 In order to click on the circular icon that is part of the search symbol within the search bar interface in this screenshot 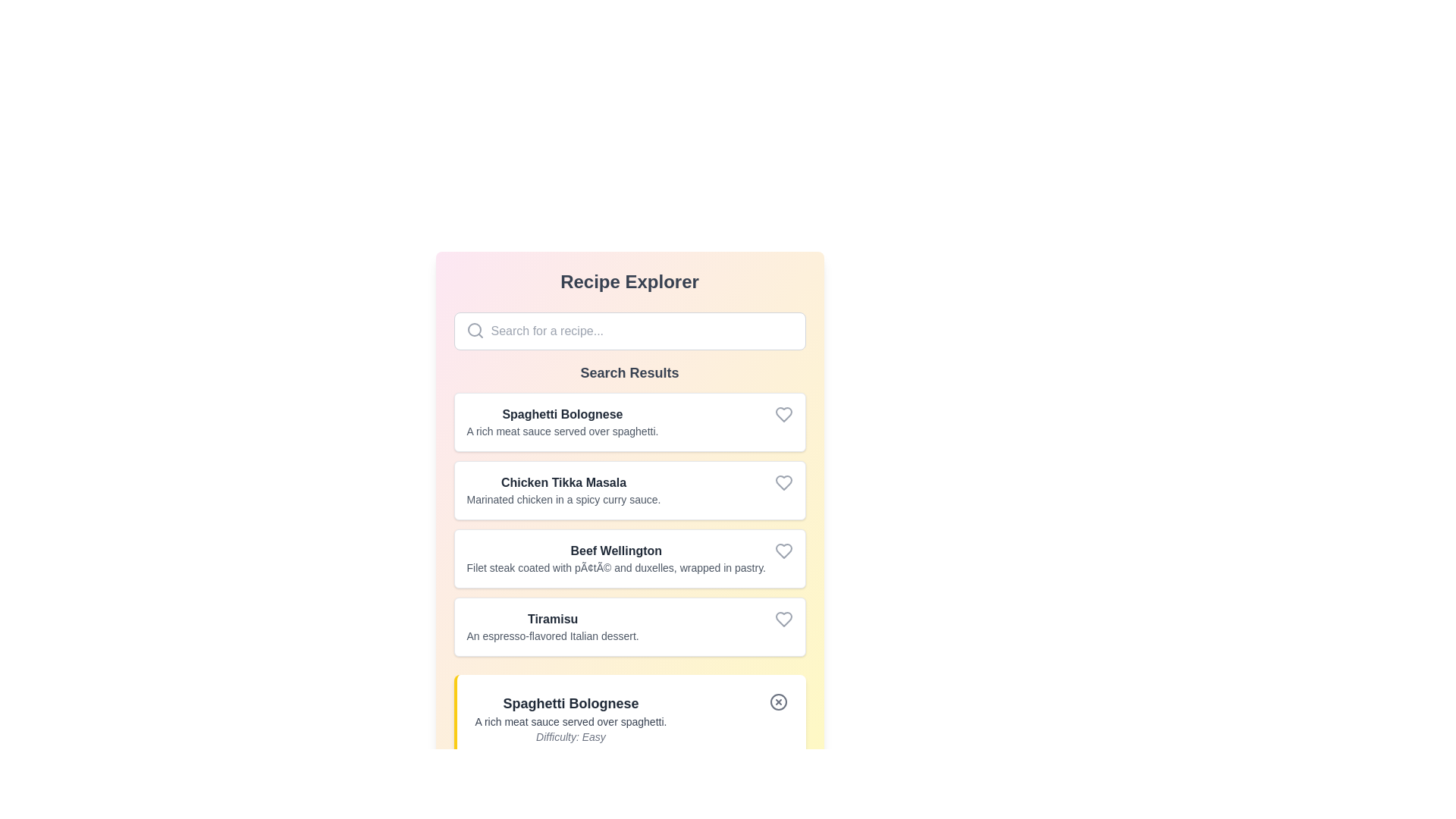, I will do `click(473, 329)`.